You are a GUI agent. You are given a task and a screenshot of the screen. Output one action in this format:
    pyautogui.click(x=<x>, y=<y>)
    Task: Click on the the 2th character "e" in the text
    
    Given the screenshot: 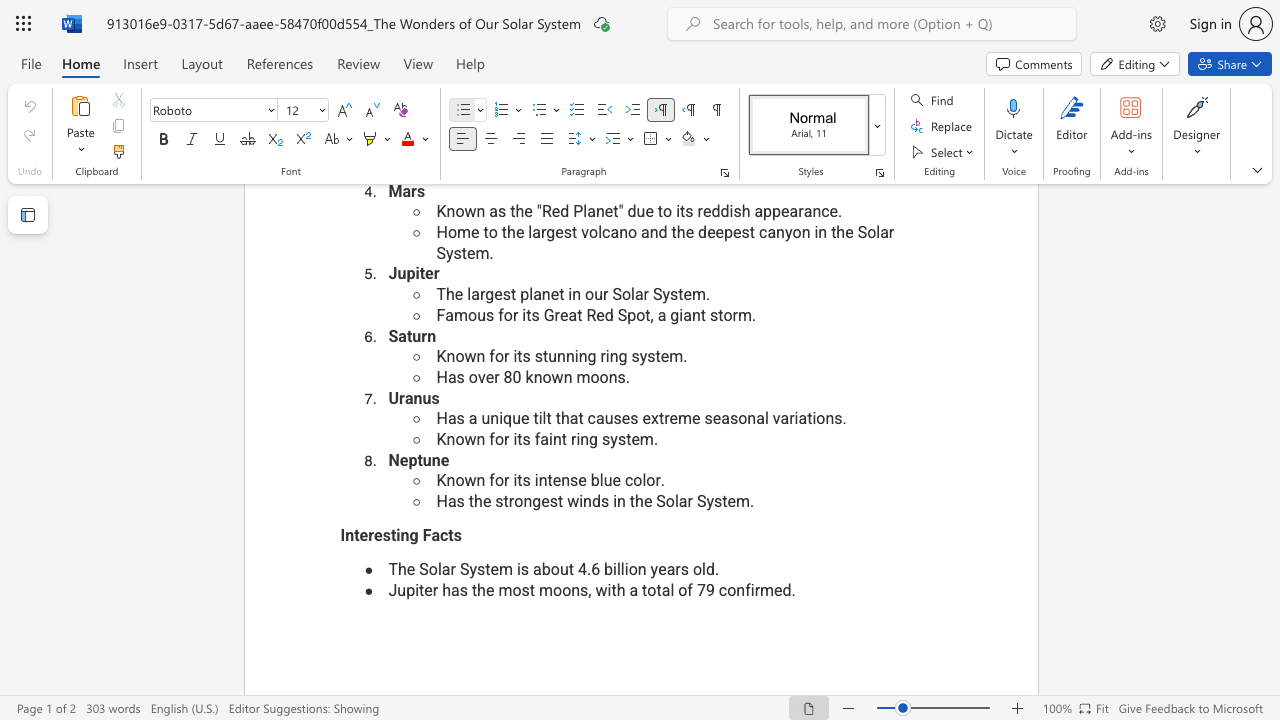 What is the action you would take?
    pyautogui.click(x=494, y=569)
    